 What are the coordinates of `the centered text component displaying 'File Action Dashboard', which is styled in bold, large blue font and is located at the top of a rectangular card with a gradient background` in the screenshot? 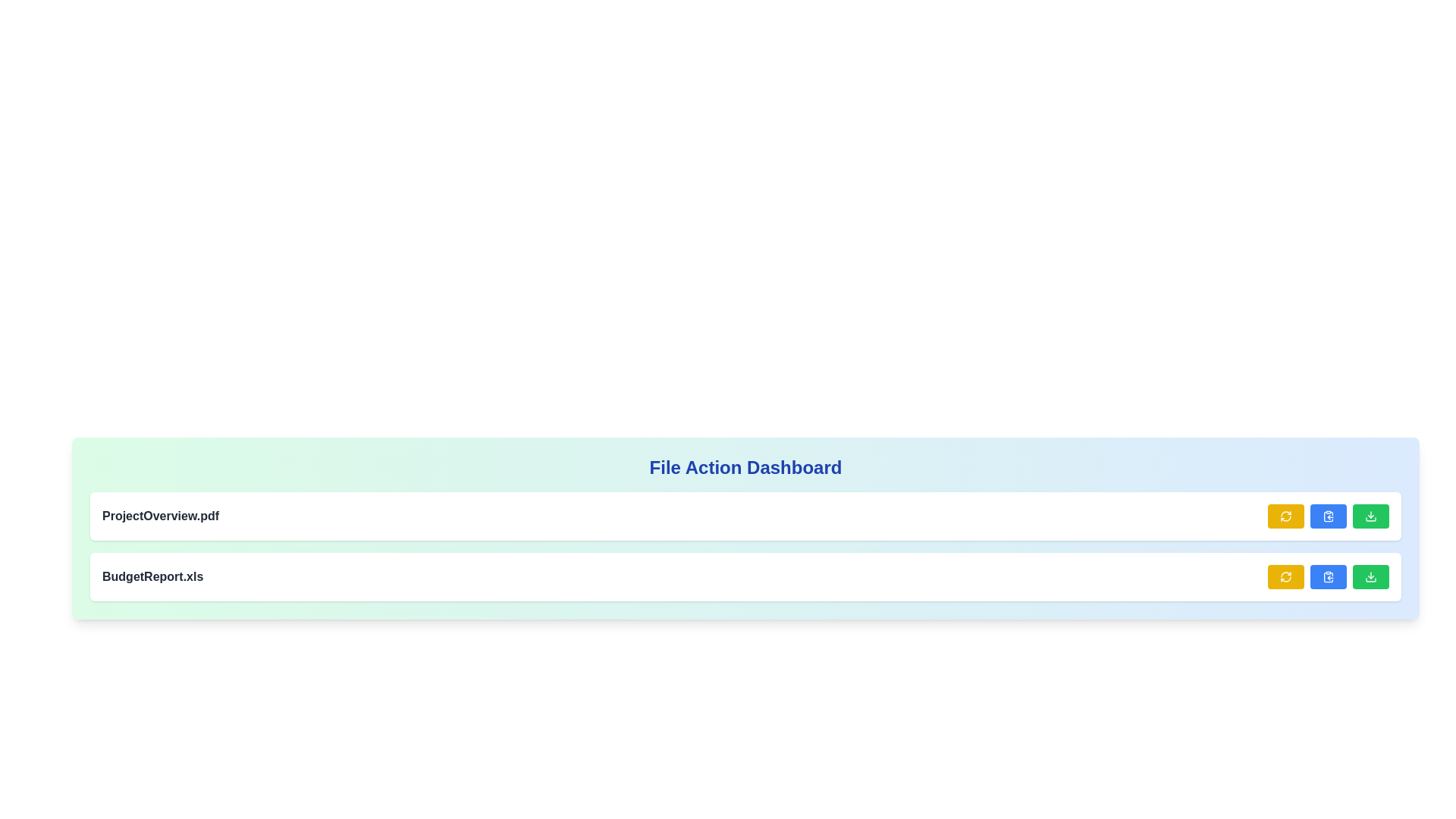 It's located at (745, 467).